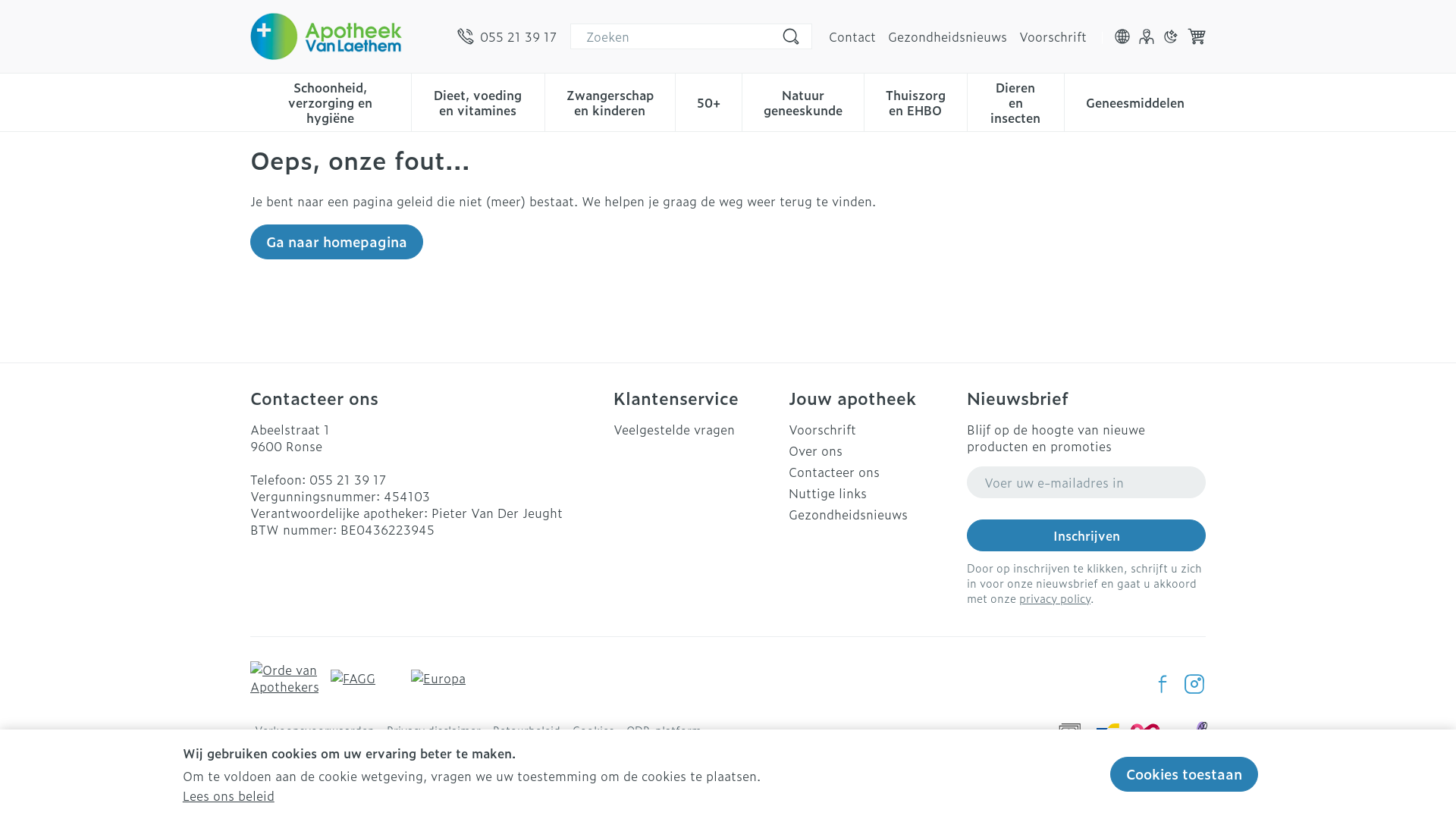 The image size is (1456, 819). I want to click on 'Thuiszorg en EHBO', so click(915, 100).